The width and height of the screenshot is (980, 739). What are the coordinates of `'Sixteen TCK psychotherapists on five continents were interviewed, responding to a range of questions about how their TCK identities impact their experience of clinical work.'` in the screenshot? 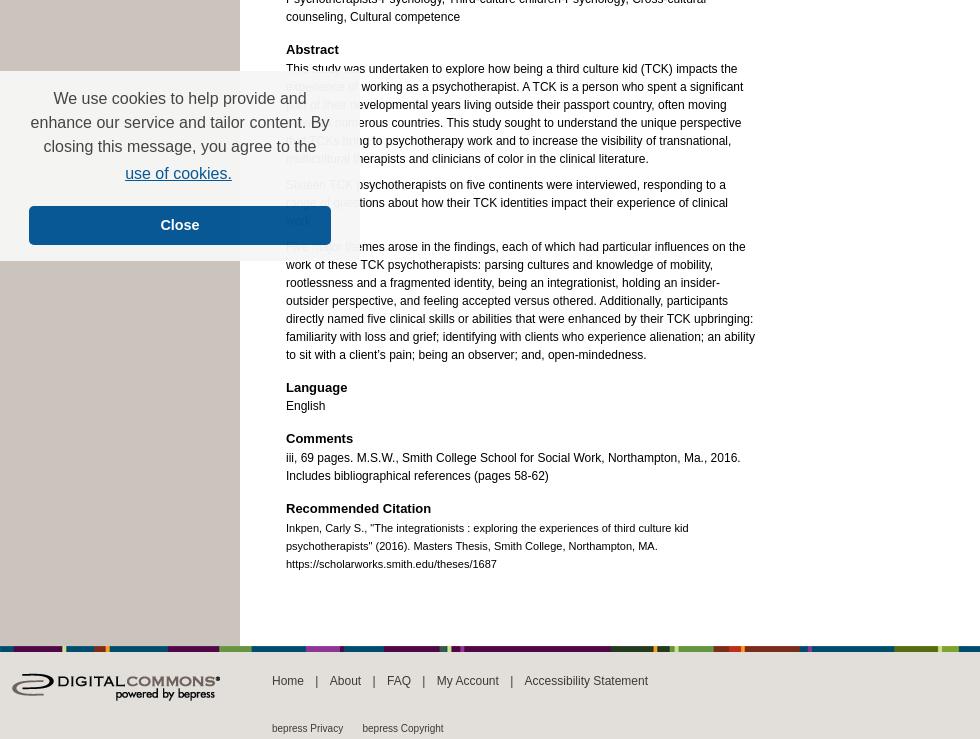 It's located at (506, 201).